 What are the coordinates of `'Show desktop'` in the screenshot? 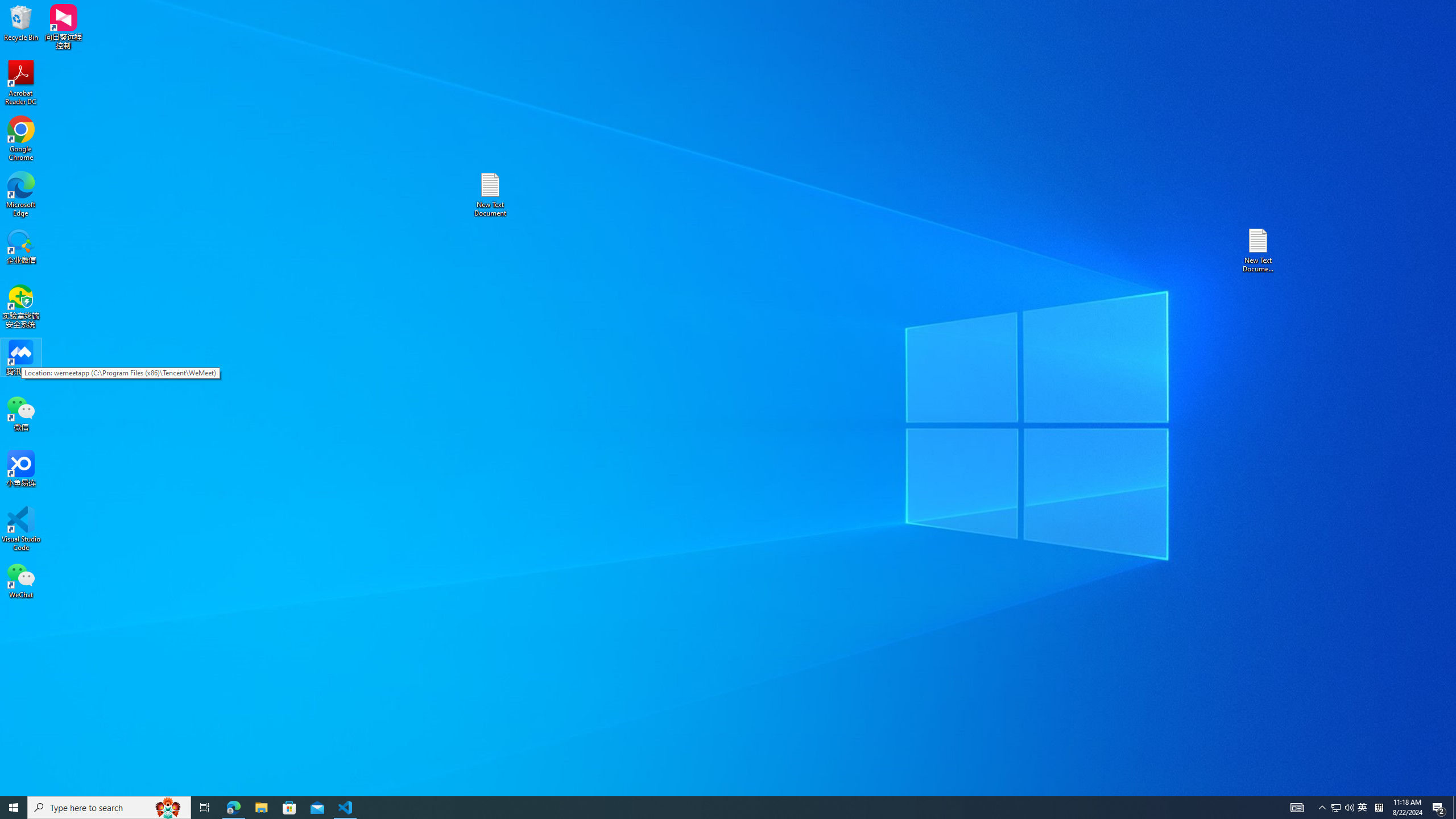 It's located at (1454, 806).